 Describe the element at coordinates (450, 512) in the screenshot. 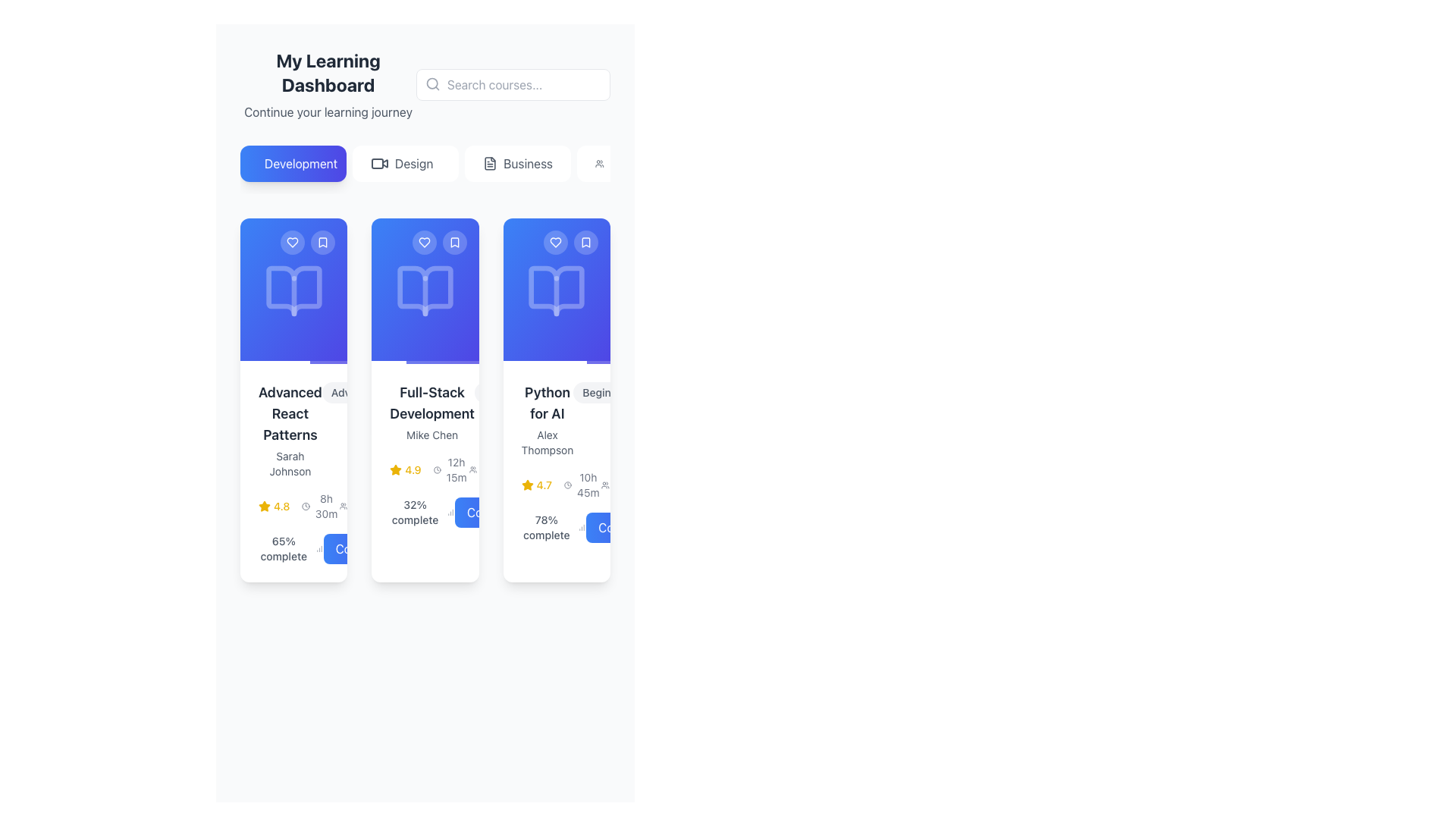

I see `the icon resembling a column chart with increasing bars, styled in grey, located to the right of the text '32% complete' in the second card from the left in the course cards panel` at that location.